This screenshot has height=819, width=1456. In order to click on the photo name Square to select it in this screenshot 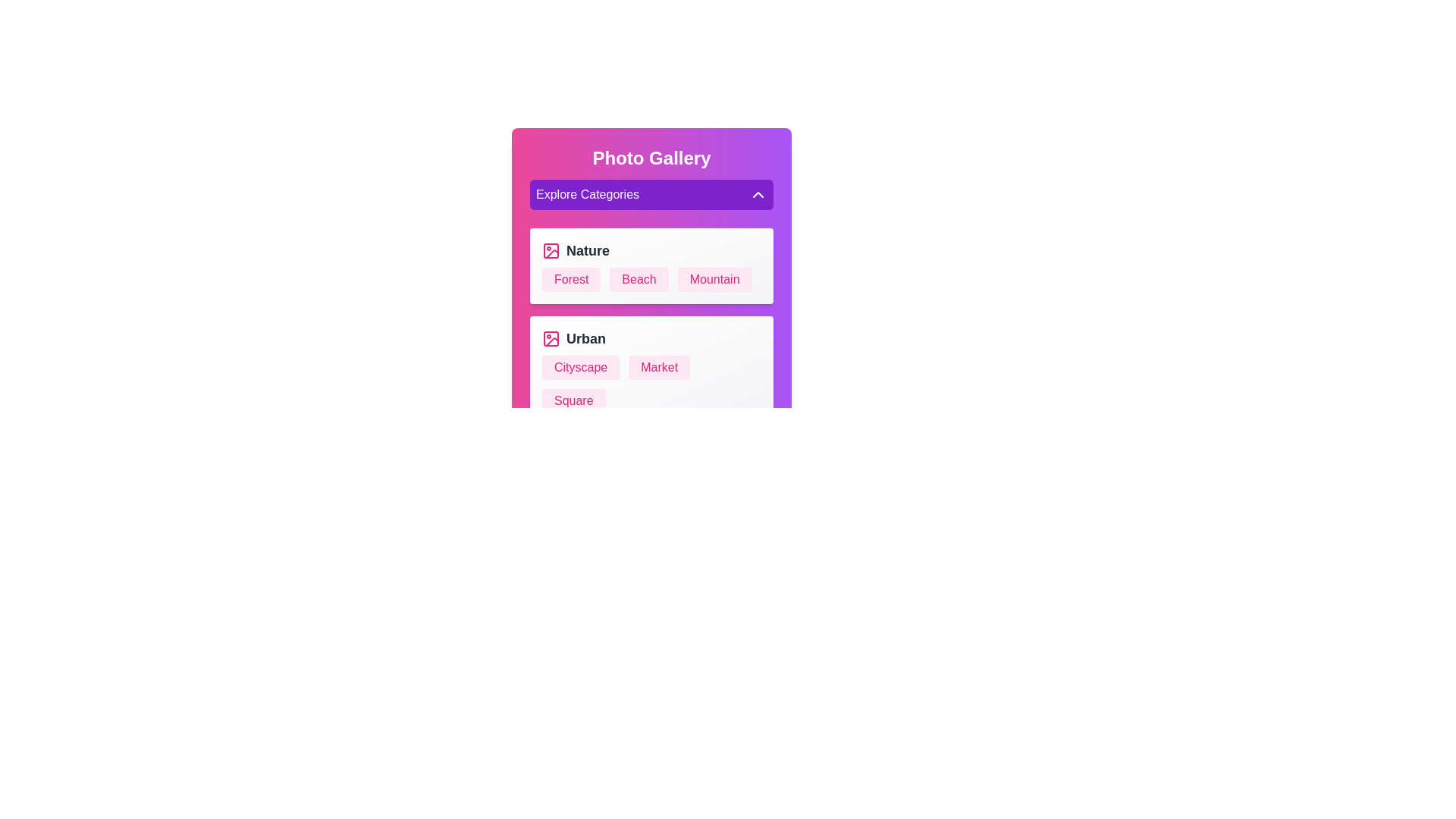, I will do `click(573, 400)`.